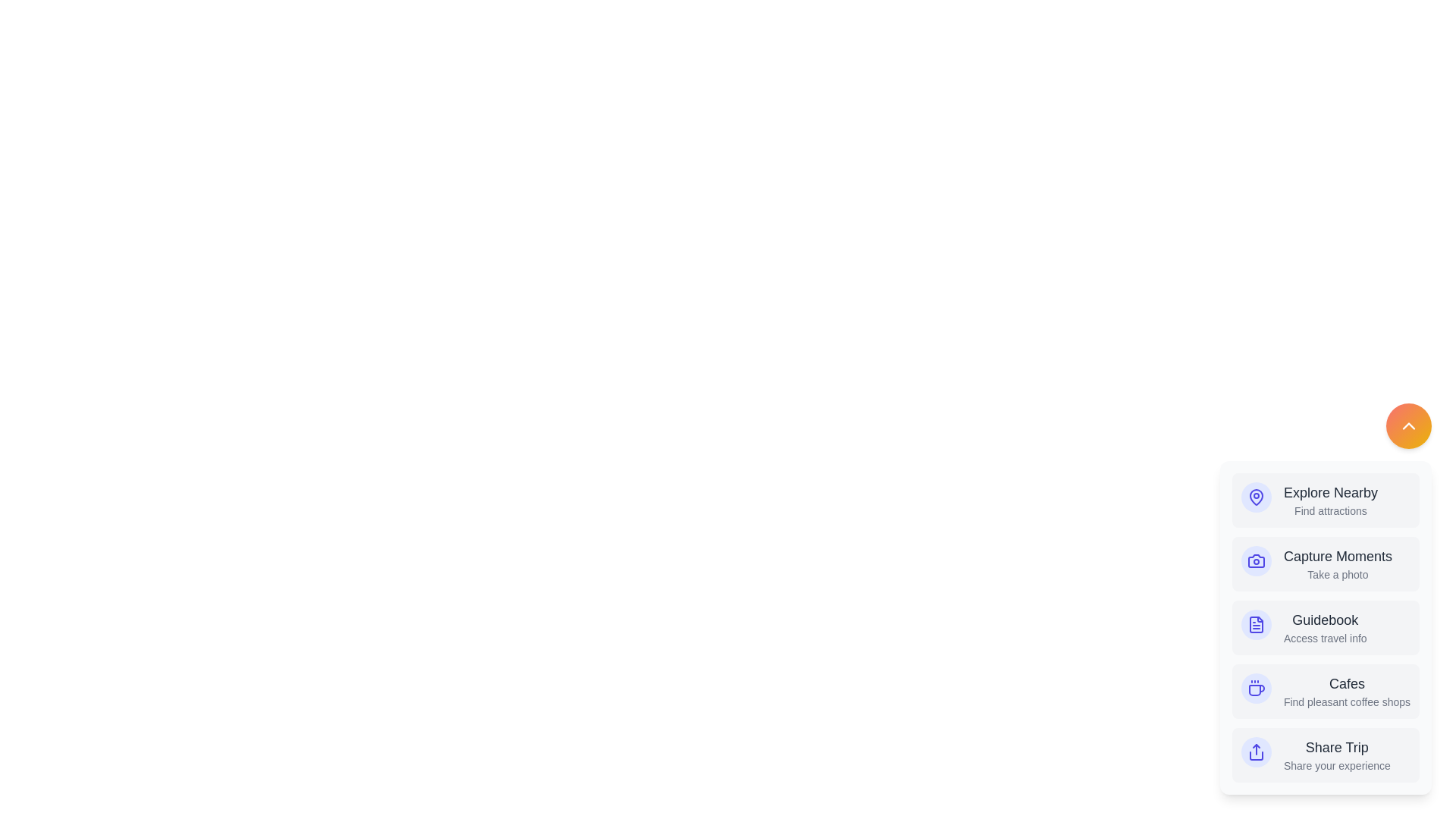 This screenshot has width=1456, height=819. I want to click on the menu item Share Trip to perform the associated action, so click(1324, 755).